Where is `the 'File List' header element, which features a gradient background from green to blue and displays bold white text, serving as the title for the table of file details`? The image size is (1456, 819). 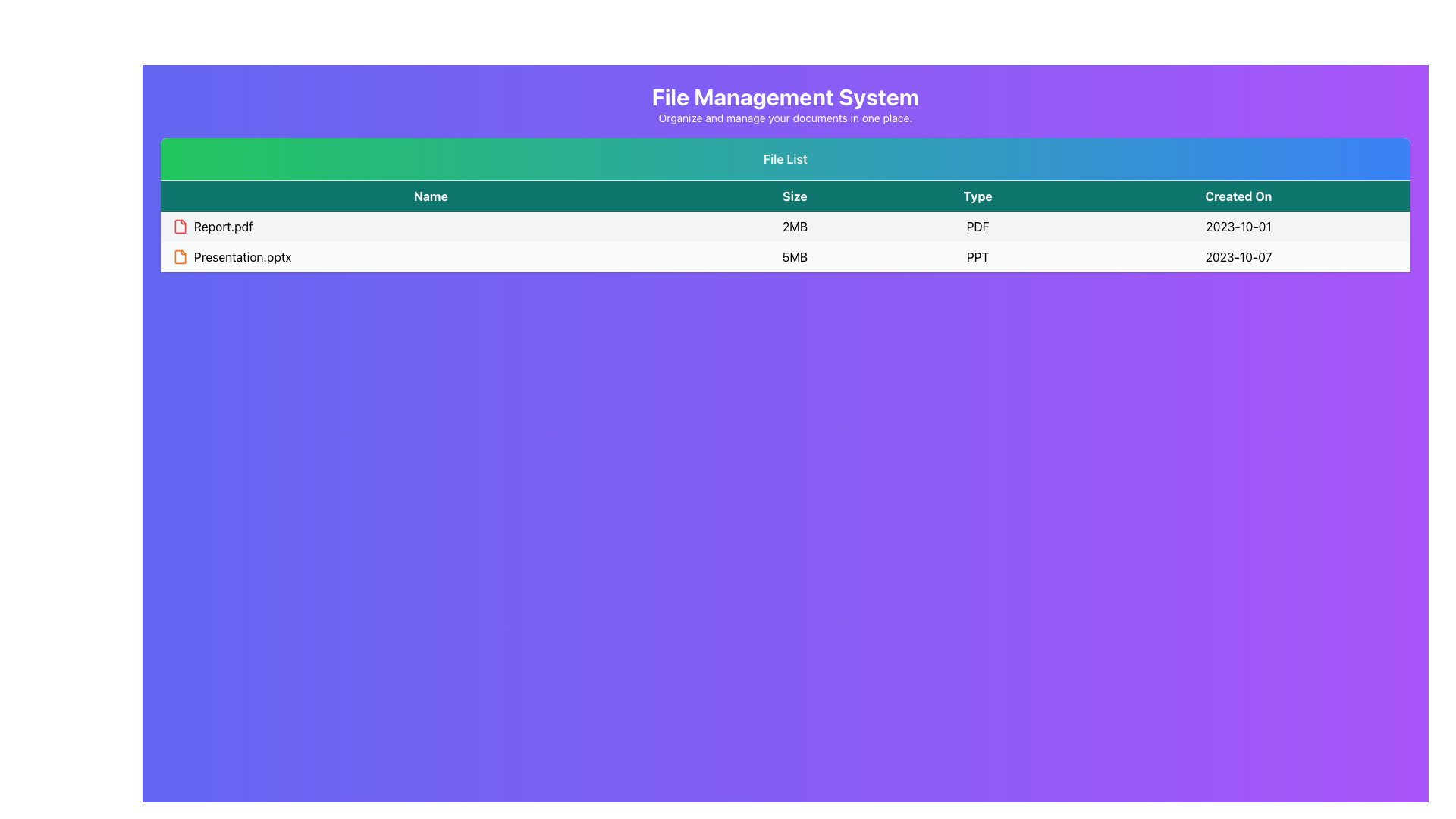 the 'File List' header element, which features a gradient background from green to blue and displays bold white text, serving as the title for the table of file details is located at coordinates (786, 158).